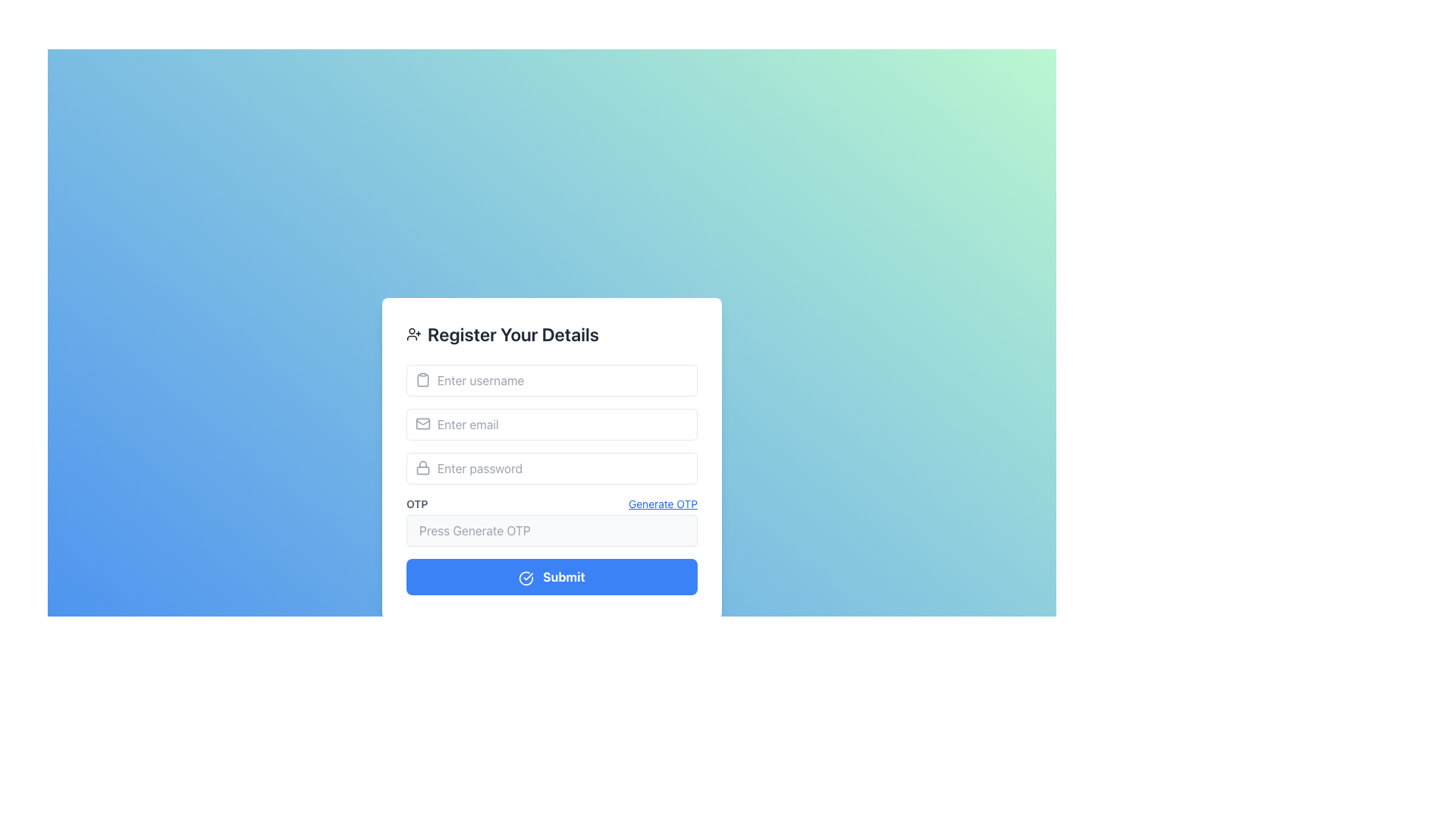 This screenshot has width=1456, height=819. Describe the element at coordinates (422, 469) in the screenshot. I see `the decorative graphical element located within the lock icon, specifically in the lower half below the curved arc, to the left of the 'Enter password' input field in the registration form` at that location.